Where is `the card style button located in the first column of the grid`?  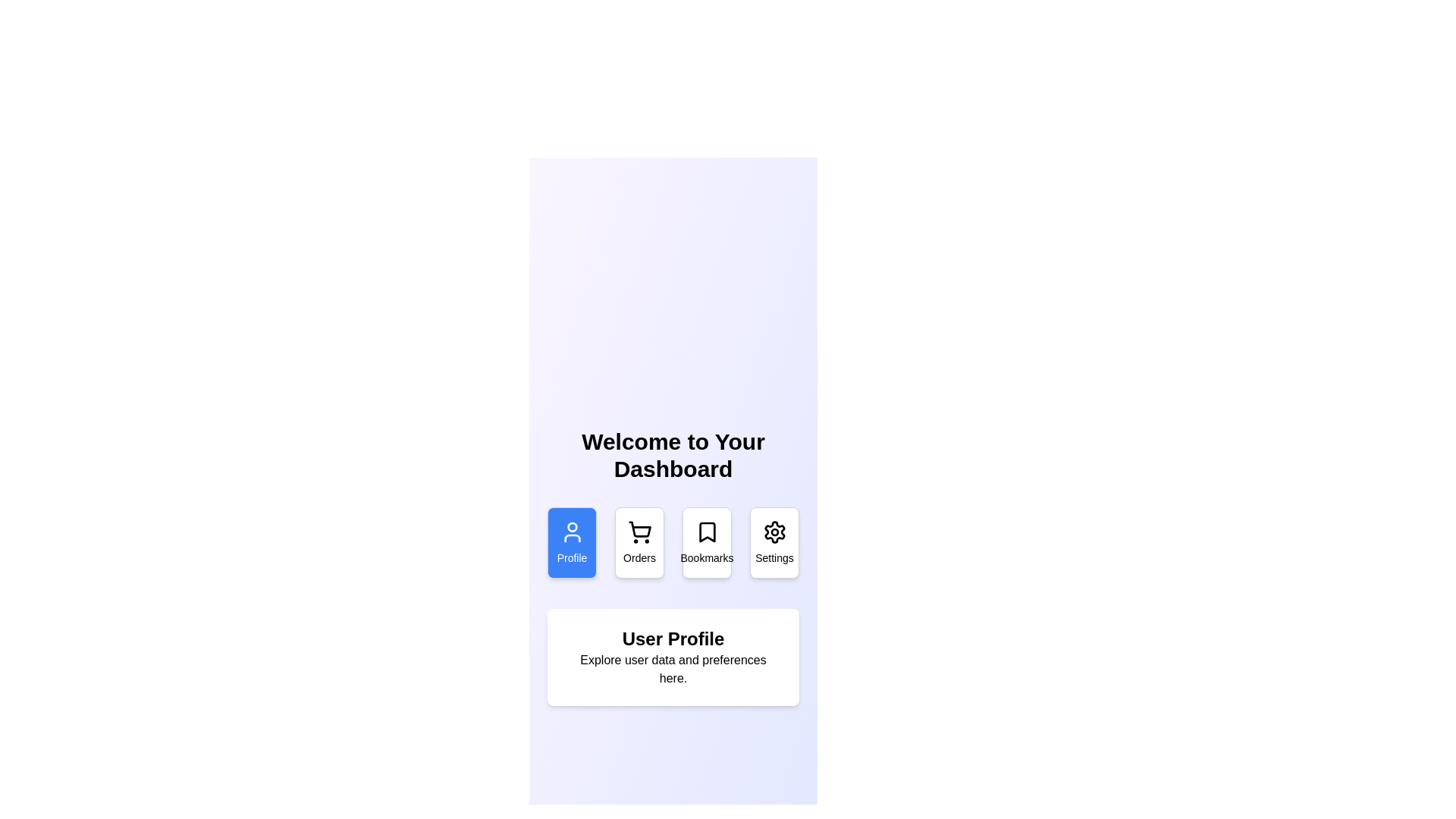
the card style button located in the first column of the grid is located at coordinates (571, 542).